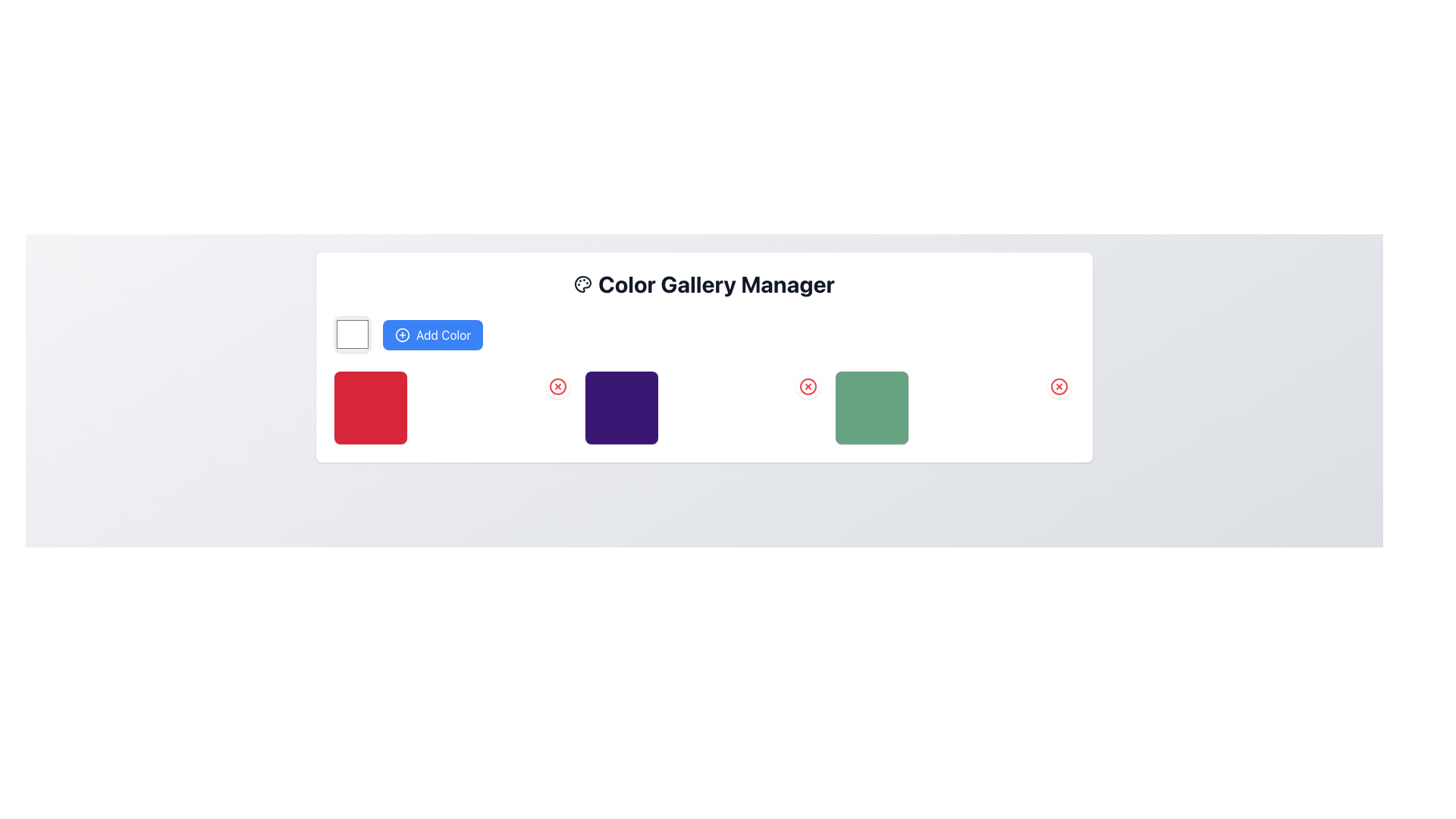 The height and width of the screenshot is (819, 1456). Describe the element at coordinates (557, 385) in the screenshot. I see `the delete button located in the top-right corner of the purple square box` at that location.